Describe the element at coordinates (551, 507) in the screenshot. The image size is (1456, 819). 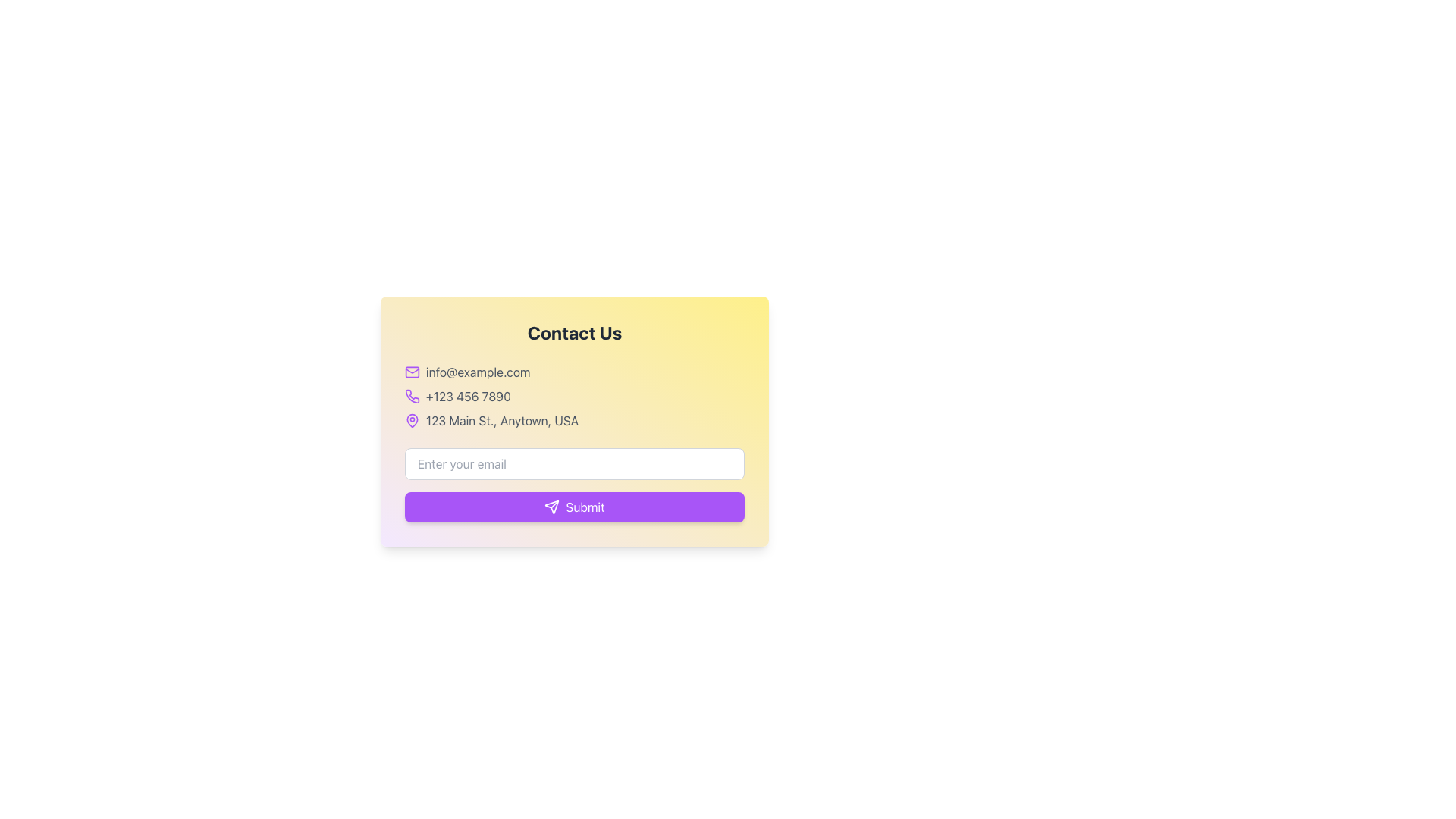
I see `the lower left triangular part of the paper plane icon, which is part of the 'Send' button, located to the left of the text 'Submit' on a purple button at the bottom of the card` at that location.